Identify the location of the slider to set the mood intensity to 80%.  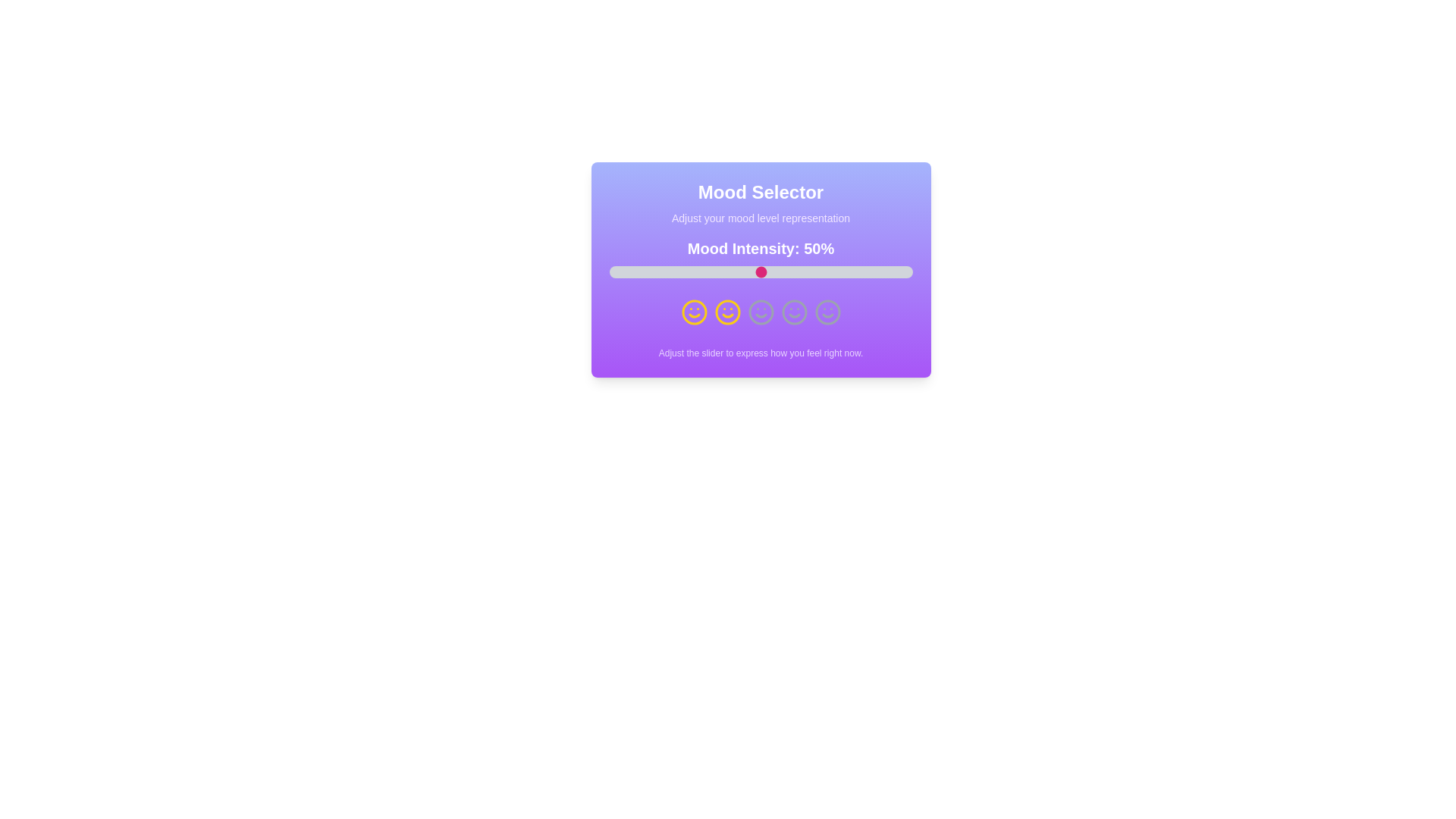
(852, 271).